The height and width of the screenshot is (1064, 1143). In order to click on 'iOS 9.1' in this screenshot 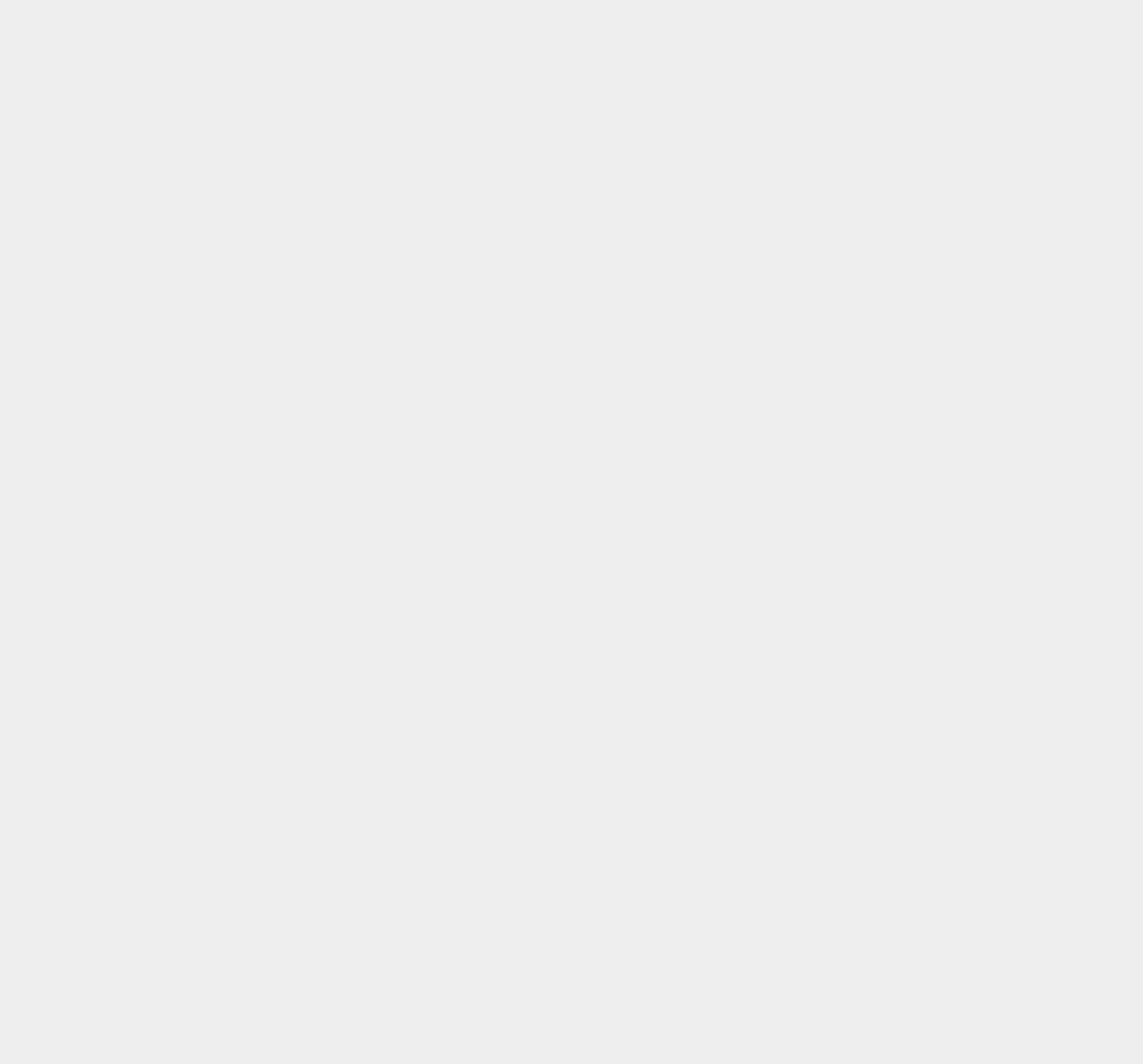, I will do `click(829, 905)`.